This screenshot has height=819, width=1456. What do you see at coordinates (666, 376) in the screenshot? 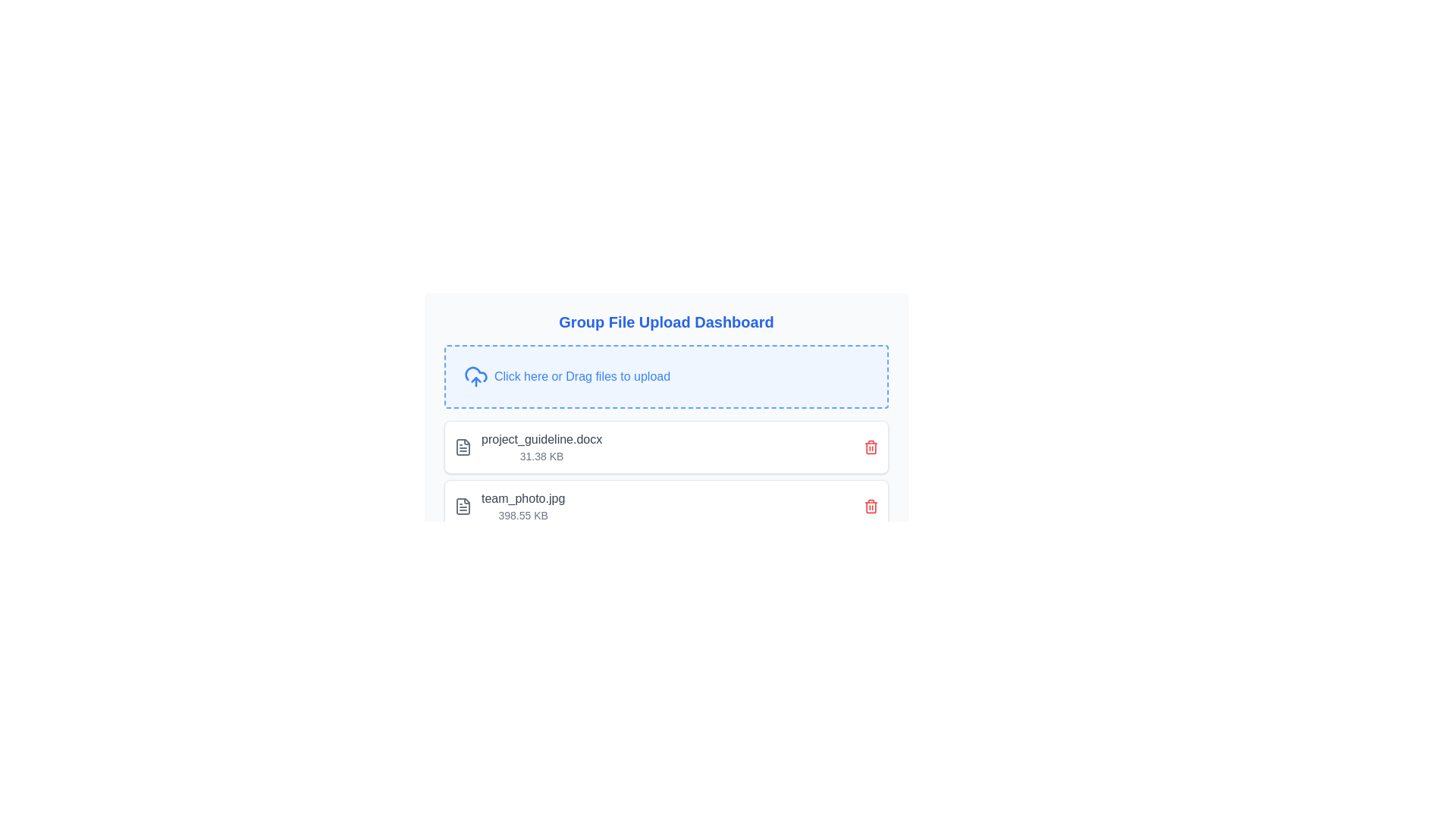
I see `the File Upload Area in the 'Group File Upload Dashboard'` at bounding box center [666, 376].